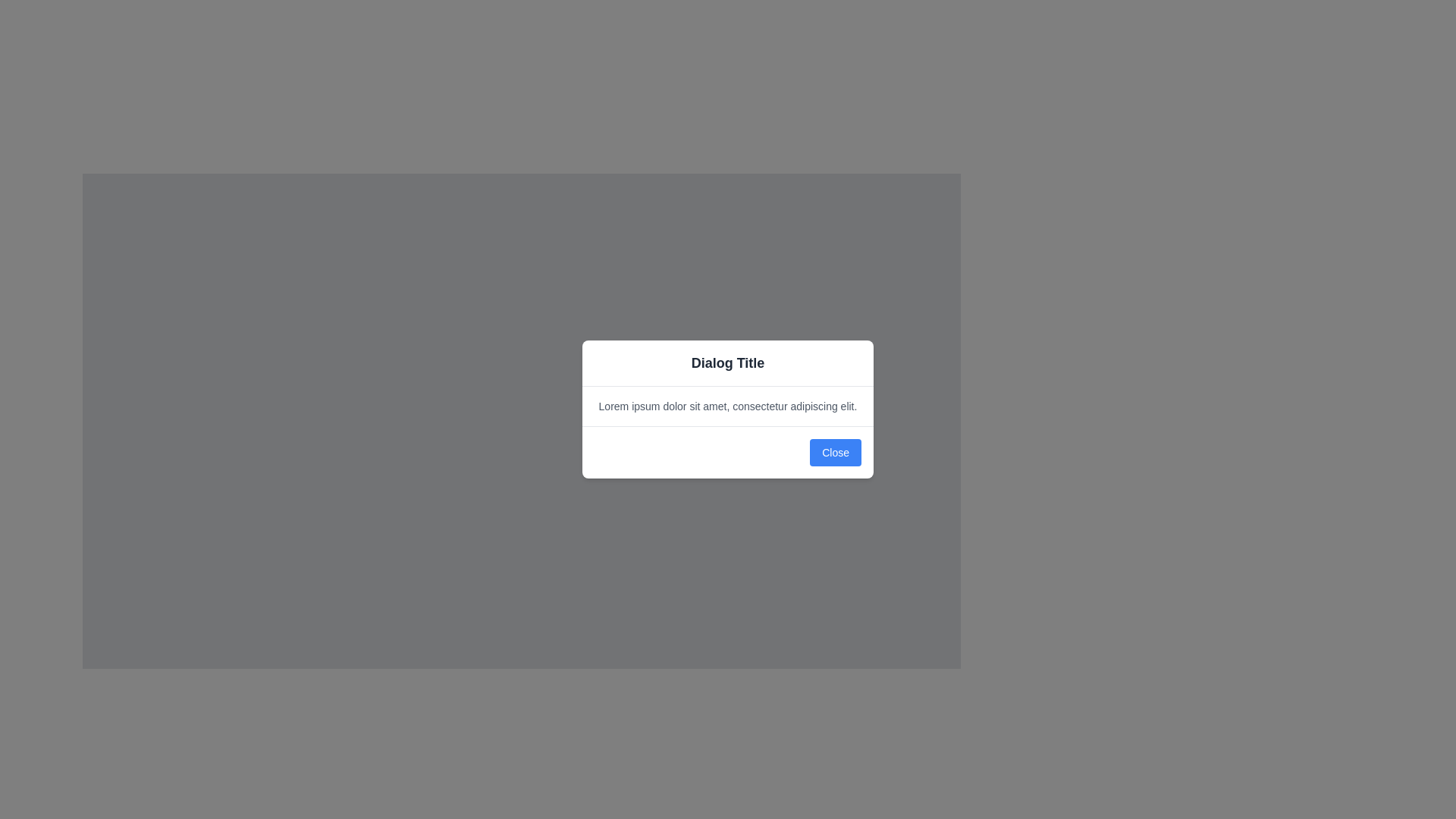 This screenshot has width=1456, height=819. Describe the element at coordinates (728, 406) in the screenshot. I see `the descriptive text element located in the dialog box titled 'Dialog Title', positioned centrally above the 'Close' button` at that location.